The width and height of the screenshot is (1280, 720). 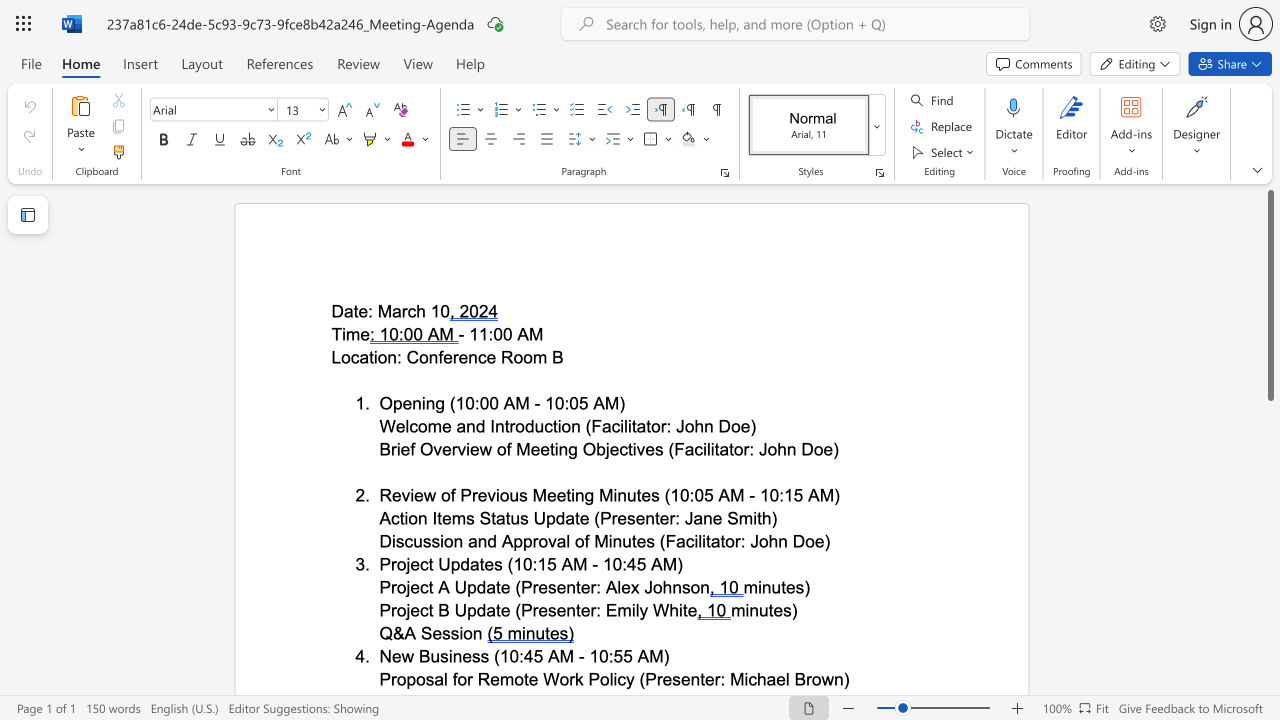 What do you see at coordinates (717, 517) in the screenshot?
I see `the 6th character "e" in the text` at bounding box center [717, 517].